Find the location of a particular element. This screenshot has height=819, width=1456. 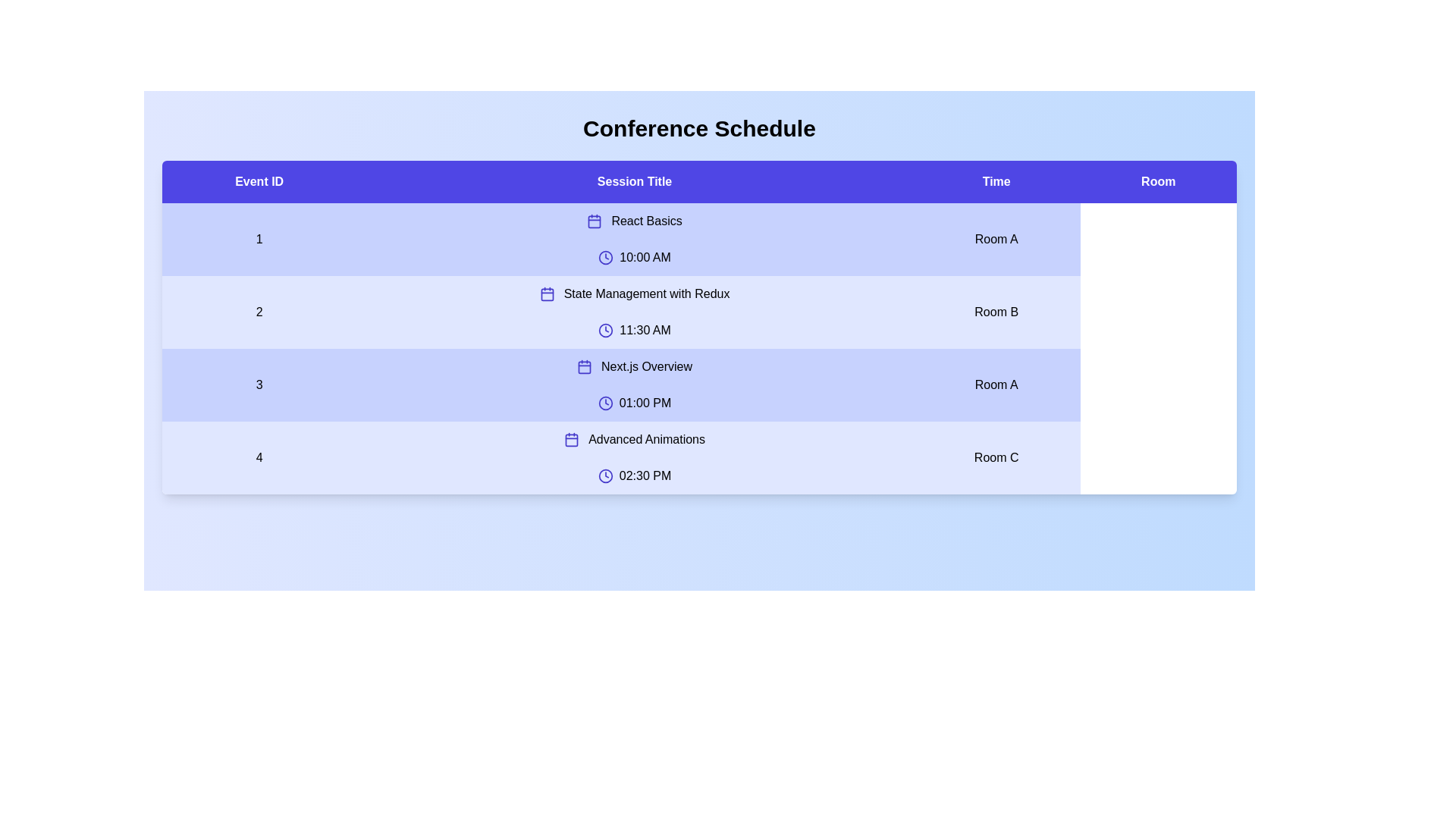

the table header labeled 'Session Title' to sort the table by that column is located at coordinates (634, 180).